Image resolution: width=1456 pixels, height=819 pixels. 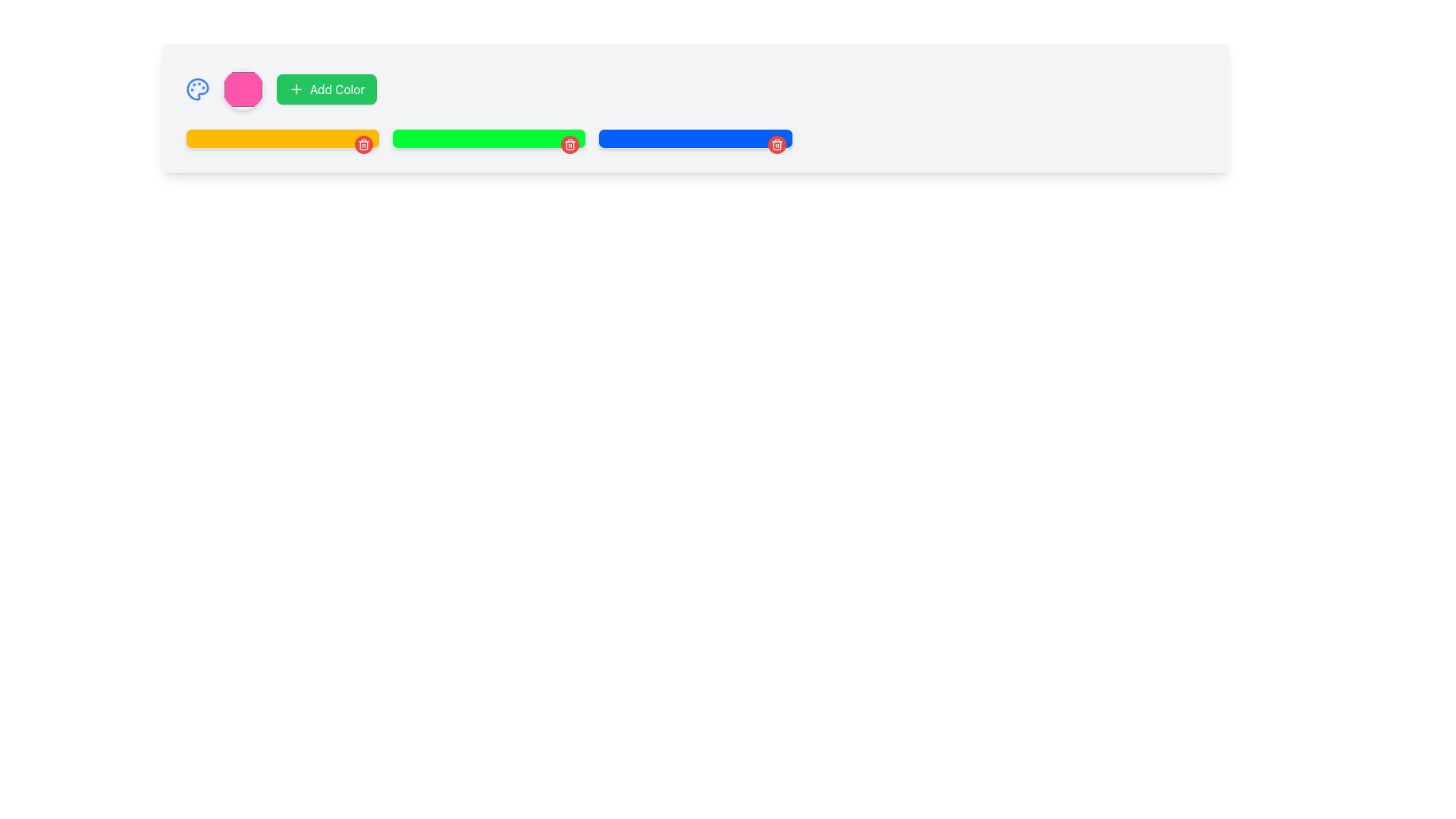 I want to click on the trash bin icon button with a bright red background, so click(x=777, y=145).